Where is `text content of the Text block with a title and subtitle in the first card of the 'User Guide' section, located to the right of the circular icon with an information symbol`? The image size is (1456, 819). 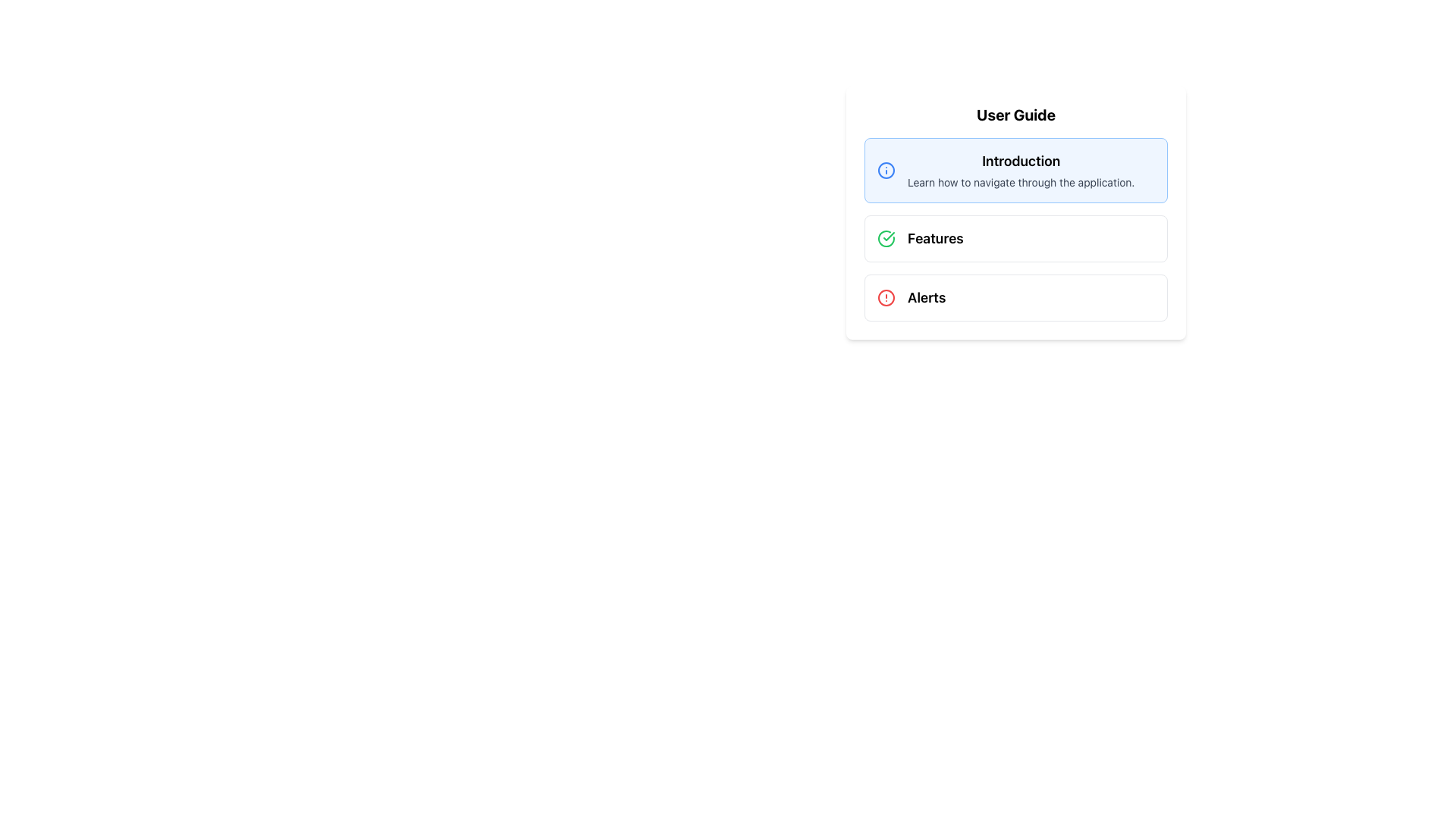
text content of the Text block with a title and subtitle in the first card of the 'User Guide' section, located to the right of the circular icon with an information symbol is located at coordinates (1021, 170).